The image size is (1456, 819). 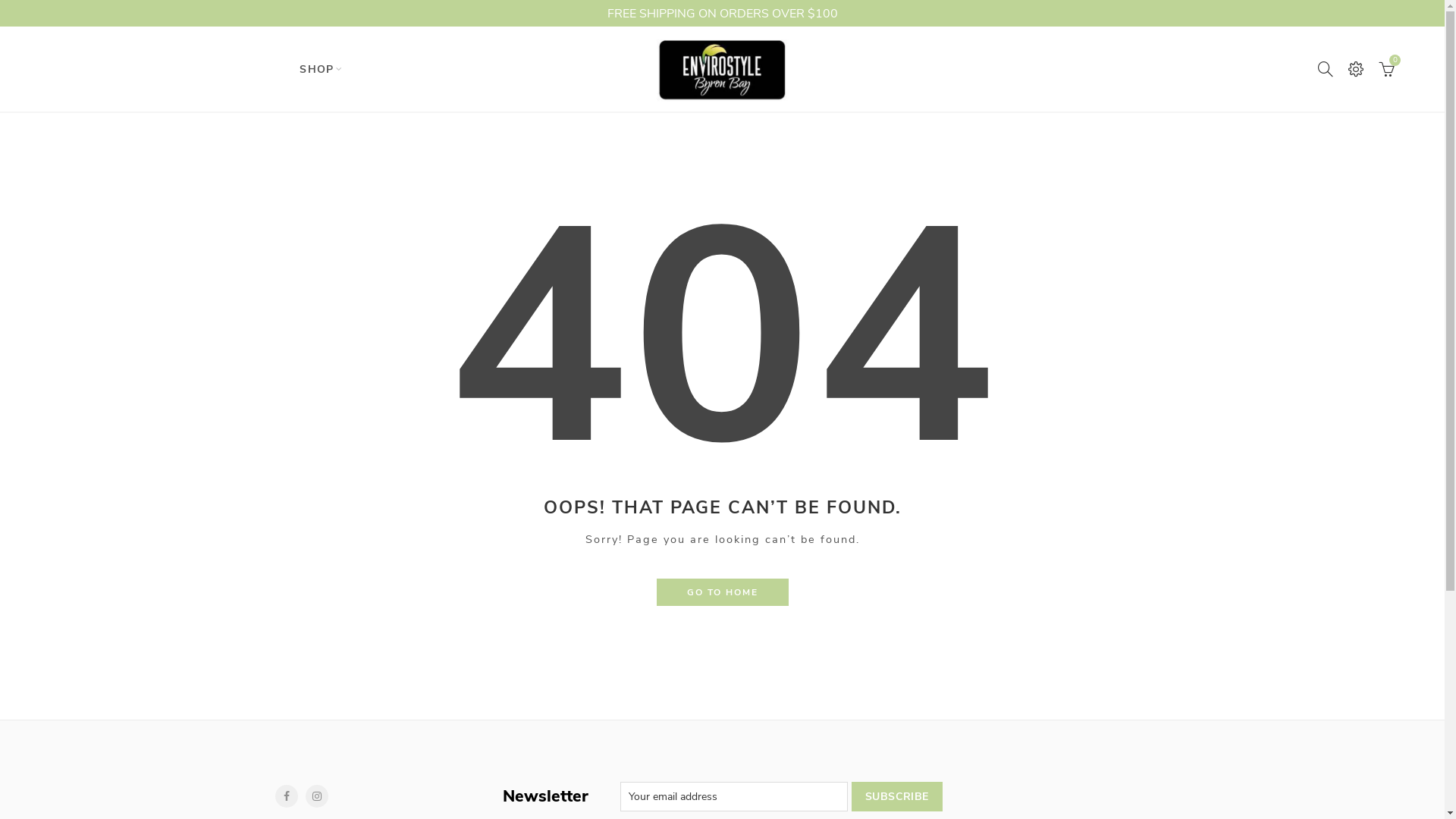 What do you see at coordinates (315, 69) in the screenshot?
I see `'SHOP'` at bounding box center [315, 69].